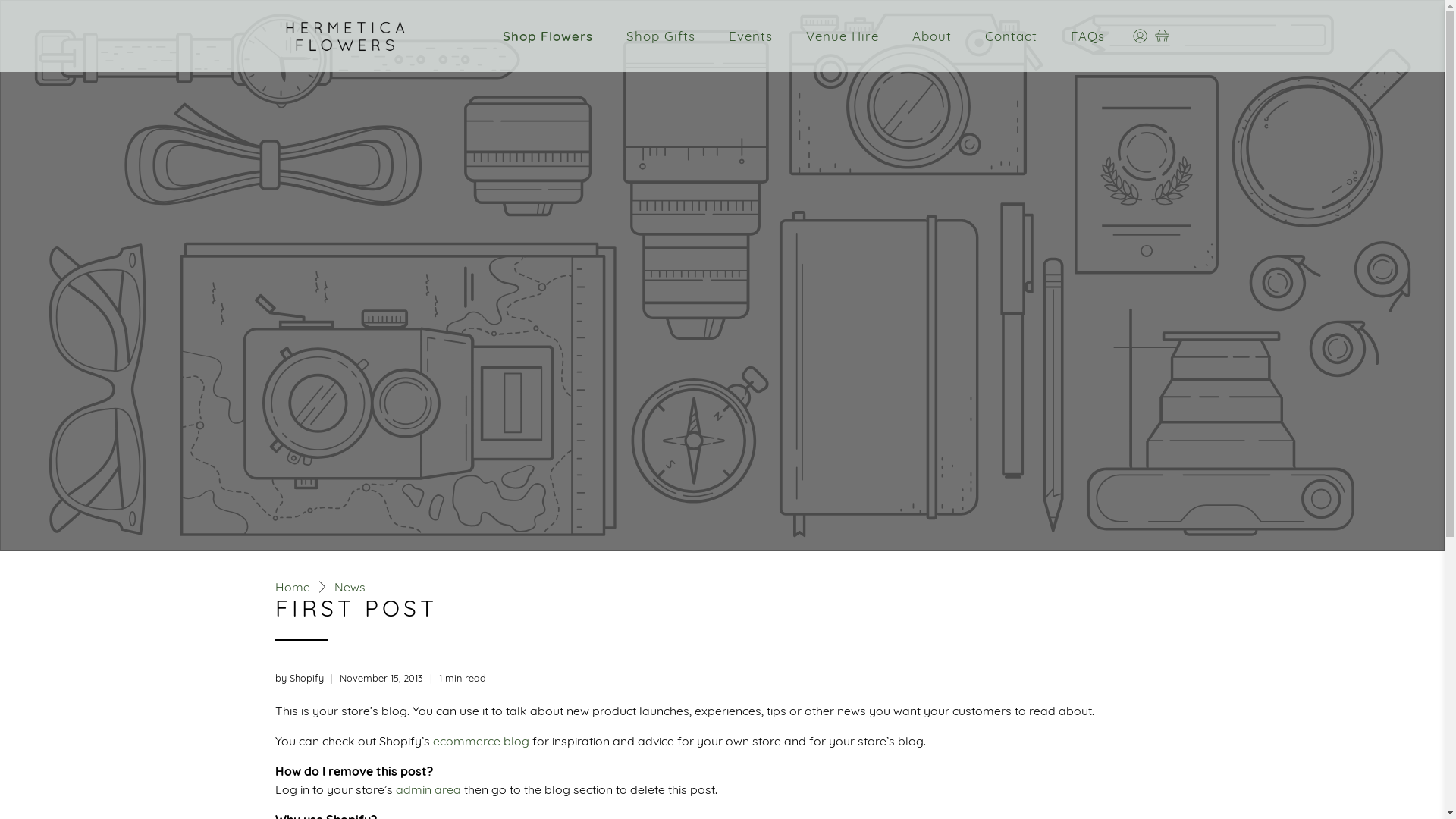 The image size is (1456, 819). Describe the element at coordinates (348, 586) in the screenshot. I see `'News'` at that location.